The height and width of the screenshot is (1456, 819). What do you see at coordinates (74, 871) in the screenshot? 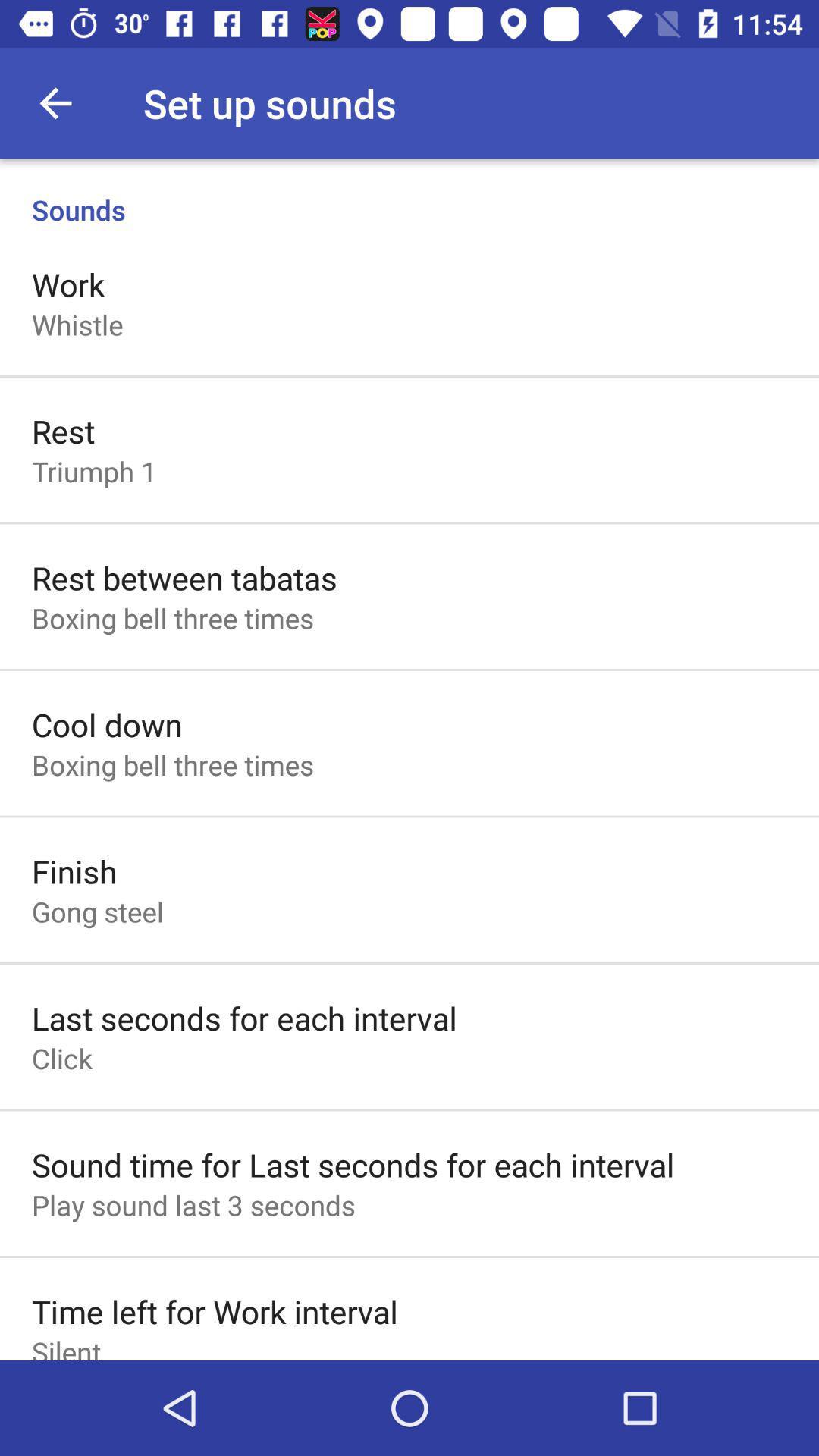
I see `finish icon` at bounding box center [74, 871].